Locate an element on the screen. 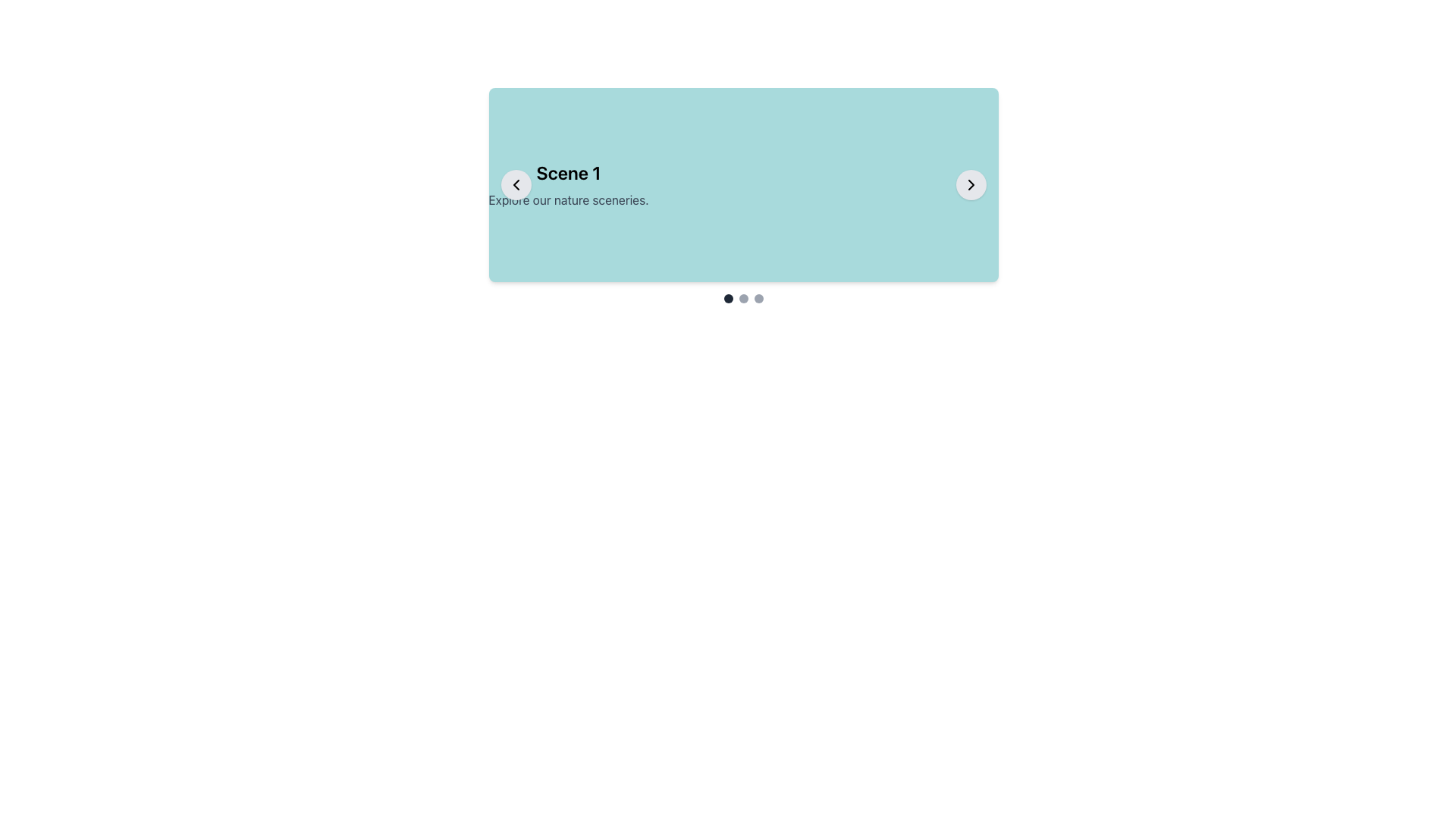 The image size is (1456, 819). the left-facing chevron icon button located adjacent to the text content starting with 'Scene 1' is located at coordinates (516, 184).